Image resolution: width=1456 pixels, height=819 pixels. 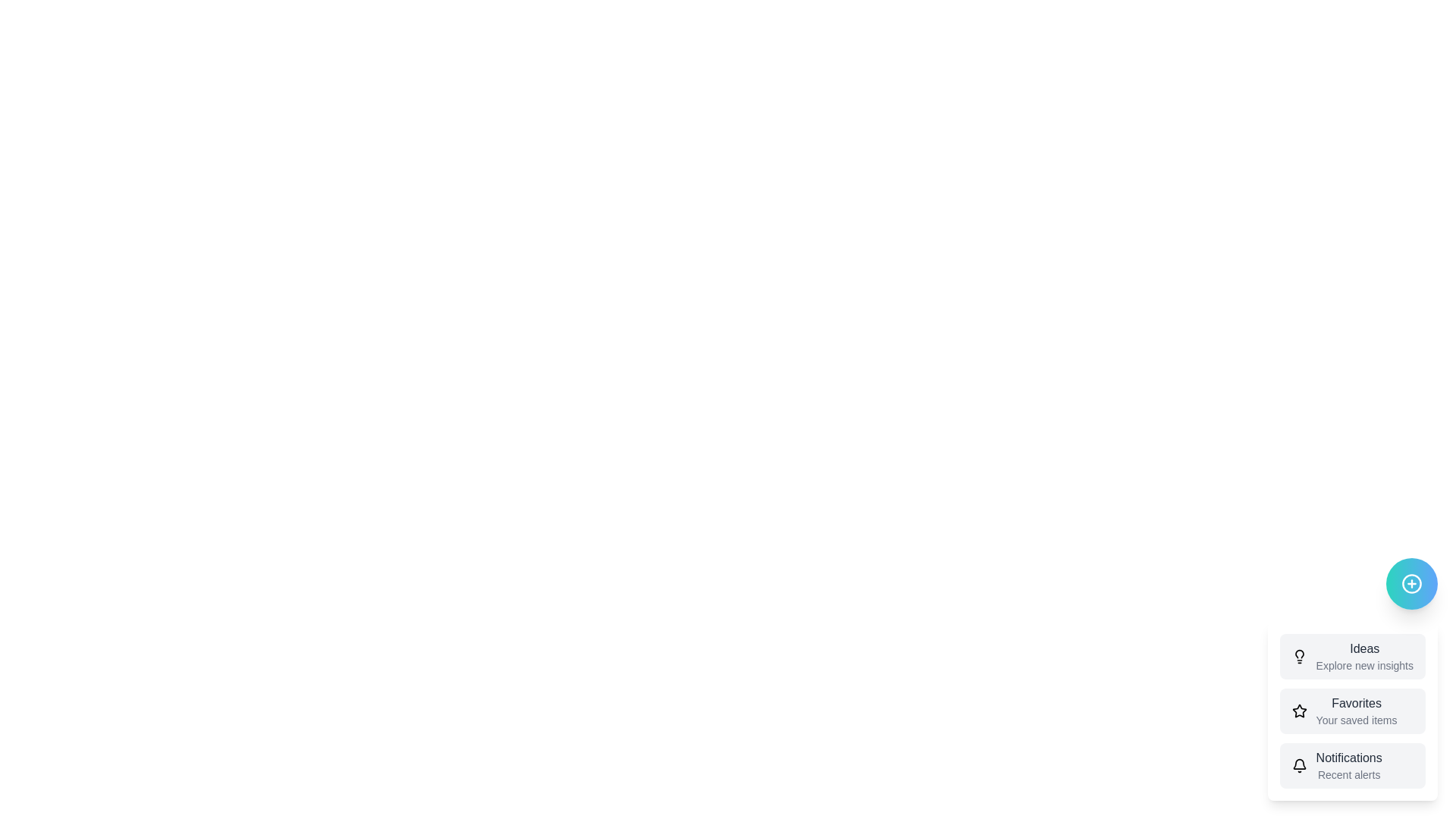 What do you see at coordinates (1298, 711) in the screenshot?
I see `the star-shaped icon with a hollow center and bold outline, located next to the text 'Favorites.'` at bounding box center [1298, 711].